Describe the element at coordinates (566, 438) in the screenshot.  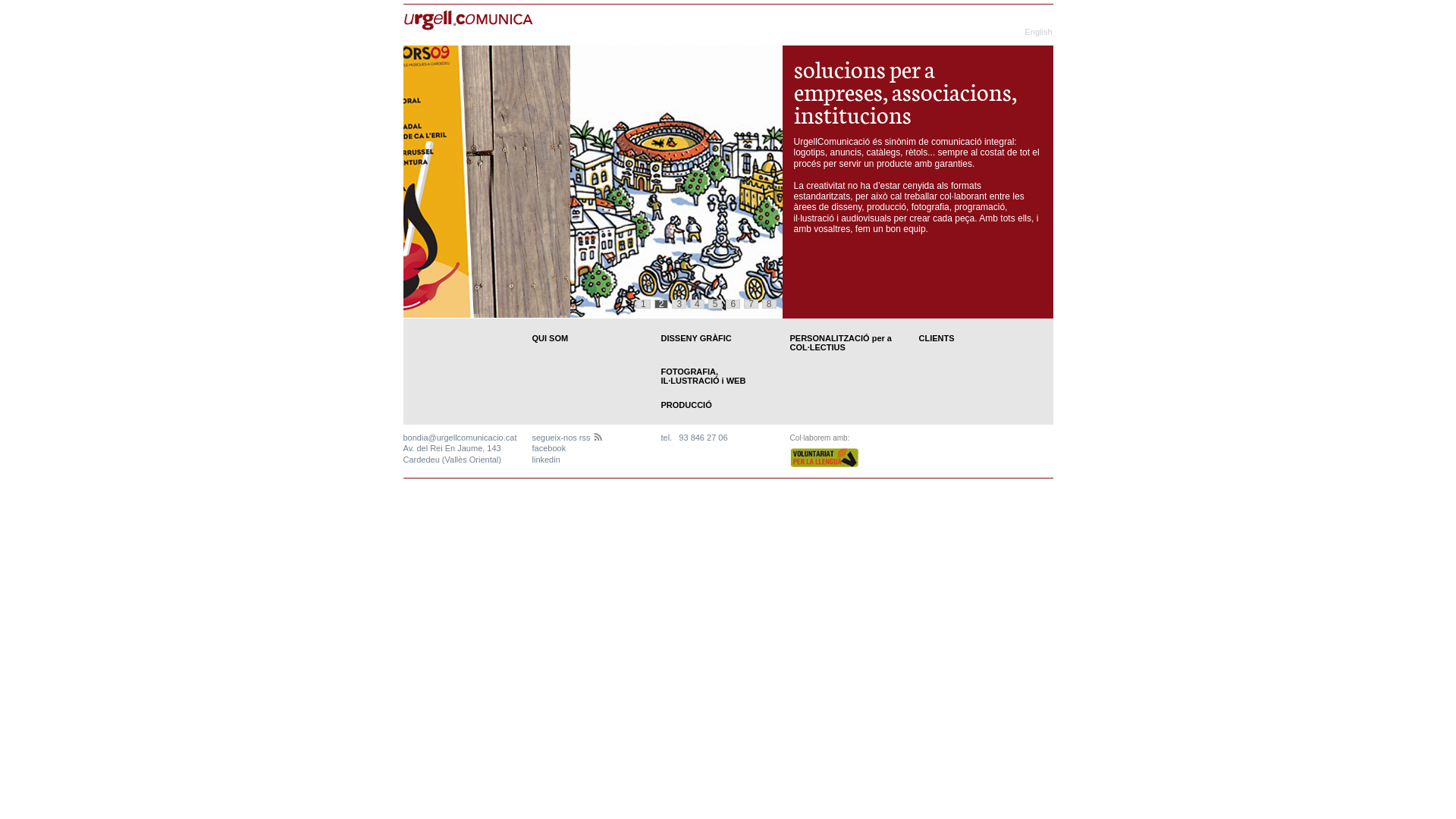
I see `'segueix-nos rss'` at that location.